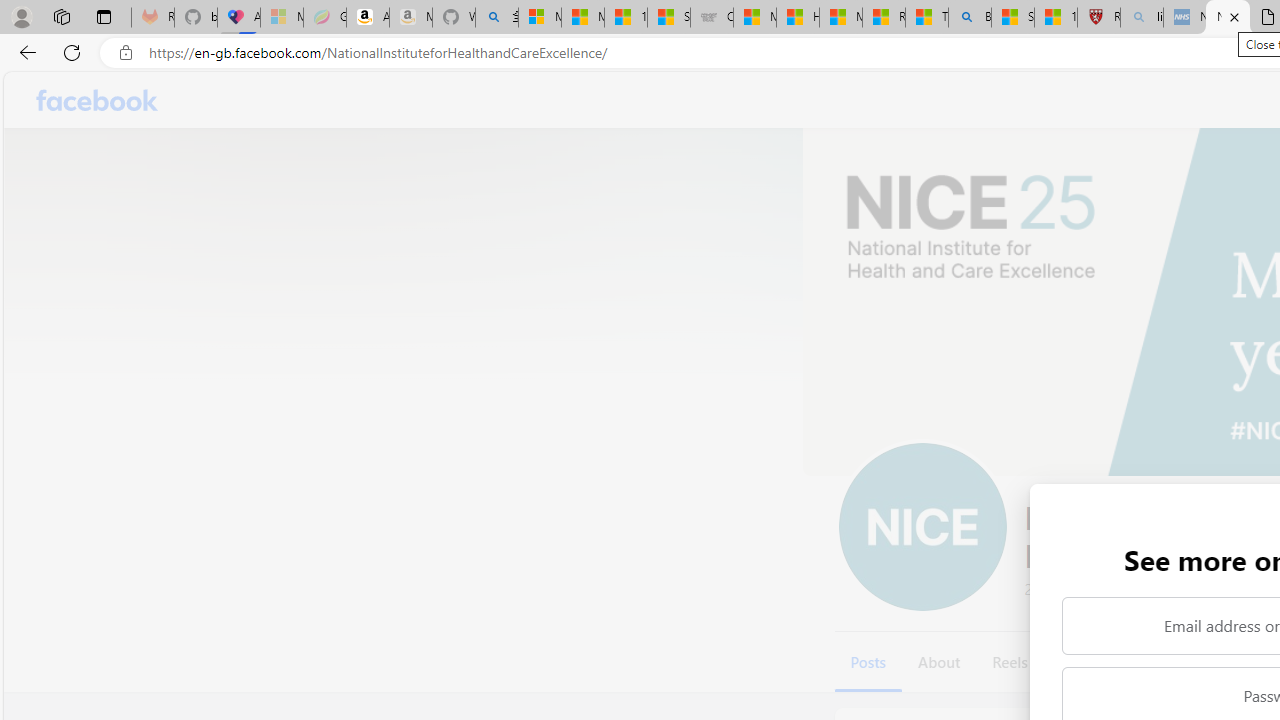  Describe the element at coordinates (281, 17) in the screenshot. I see `'Microsoft-Report a Concern to Bing - Sleeping'` at that location.